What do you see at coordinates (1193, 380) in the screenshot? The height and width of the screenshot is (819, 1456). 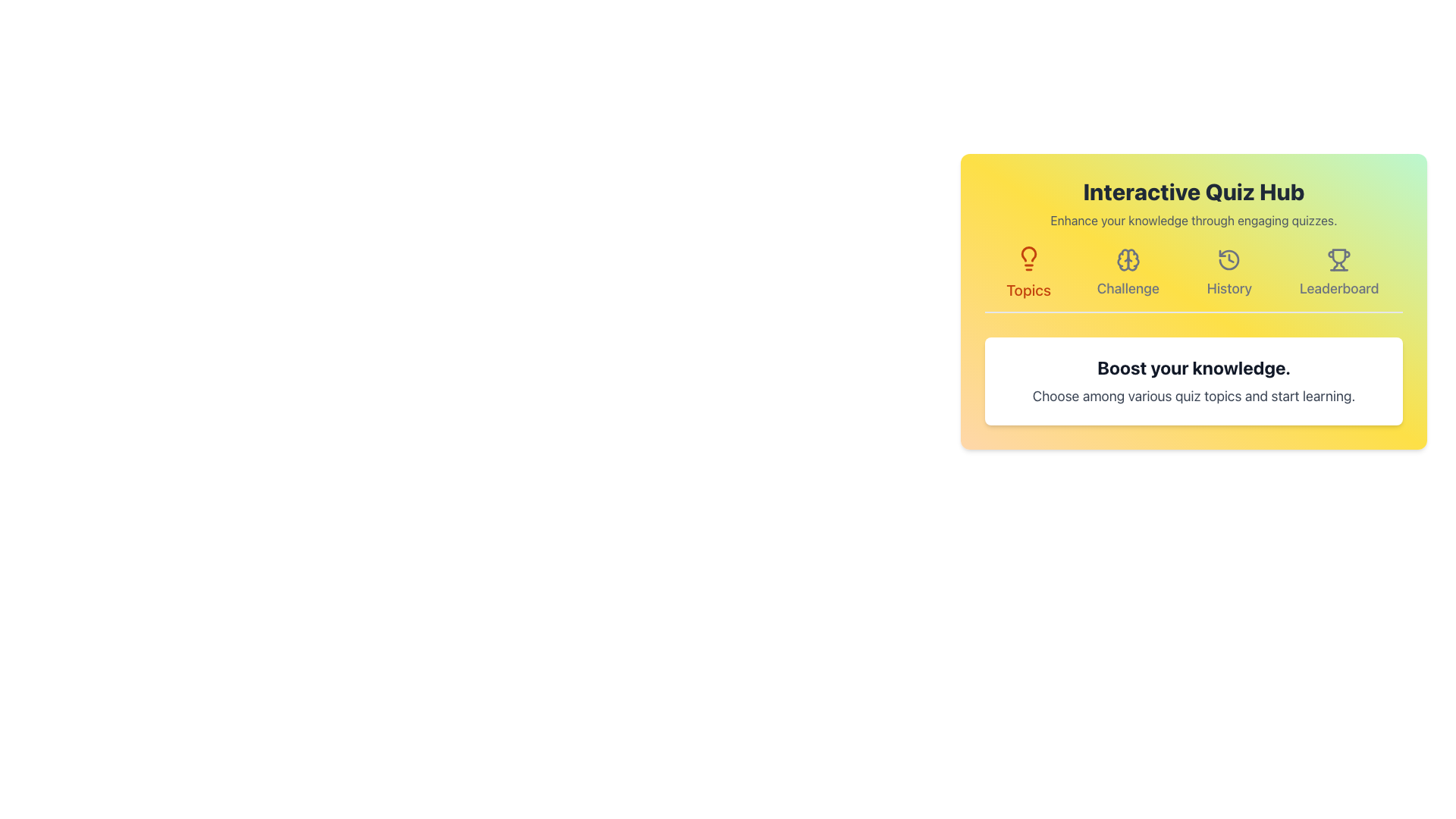 I see `the Information Box containing the header 'Boost your knowledge.' and the text 'Choose among various quiz topics and start learning.'` at bounding box center [1193, 380].